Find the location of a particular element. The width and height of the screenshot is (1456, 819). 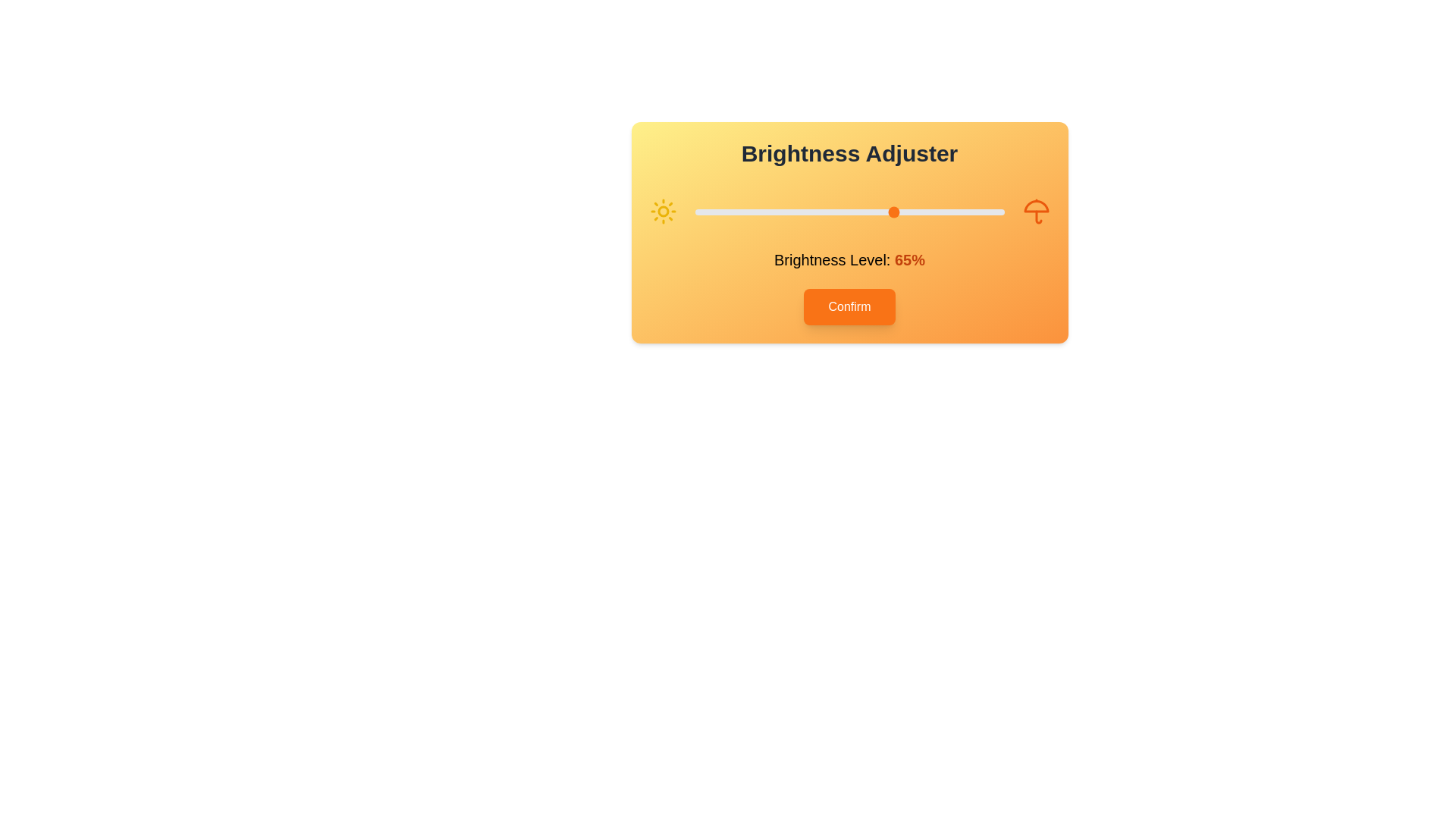

the brightness level to 56% by moving the slider is located at coordinates (868, 212).